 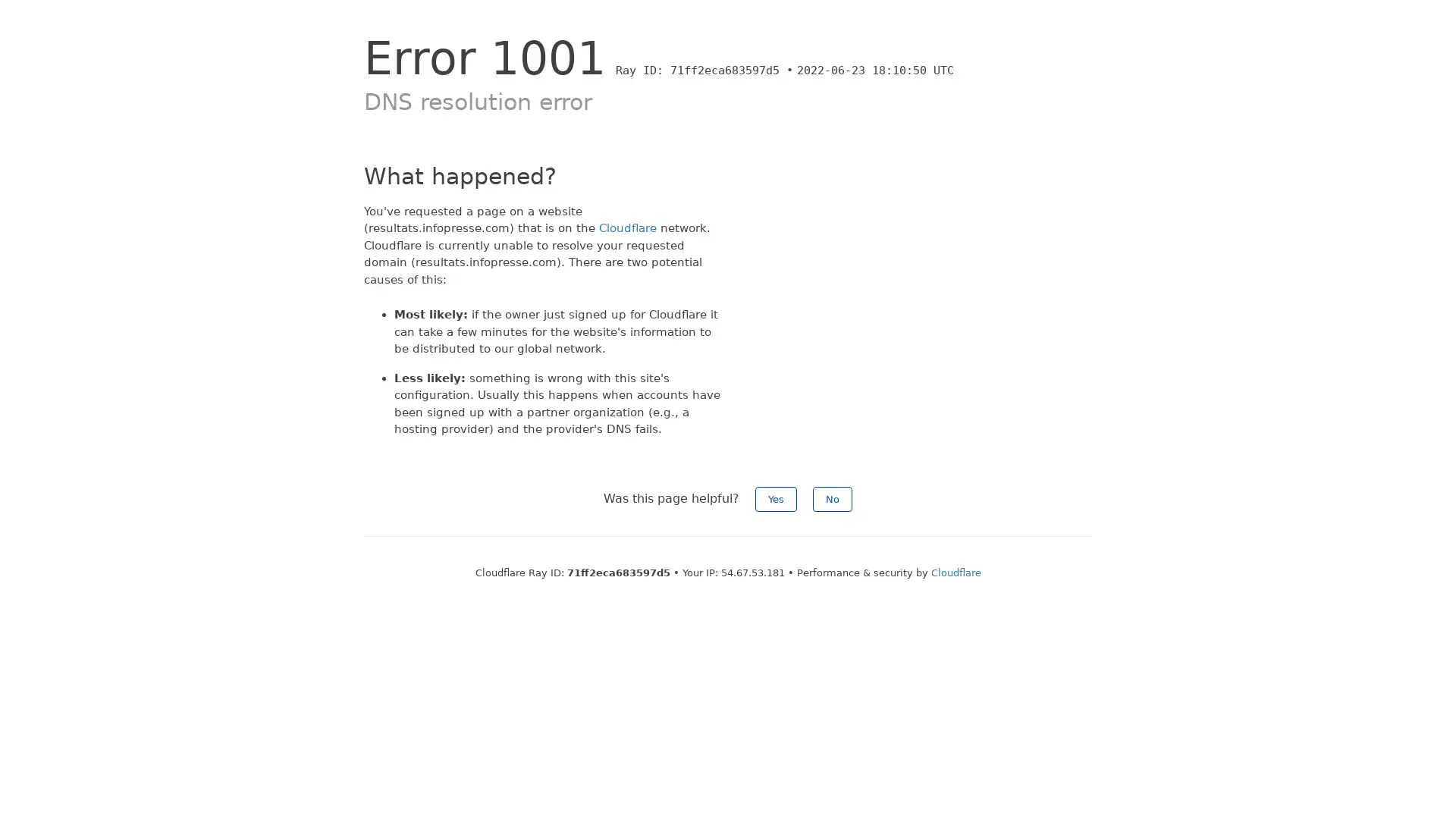 What do you see at coordinates (832, 498) in the screenshot?
I see `No` at bounding box center [832, 498].